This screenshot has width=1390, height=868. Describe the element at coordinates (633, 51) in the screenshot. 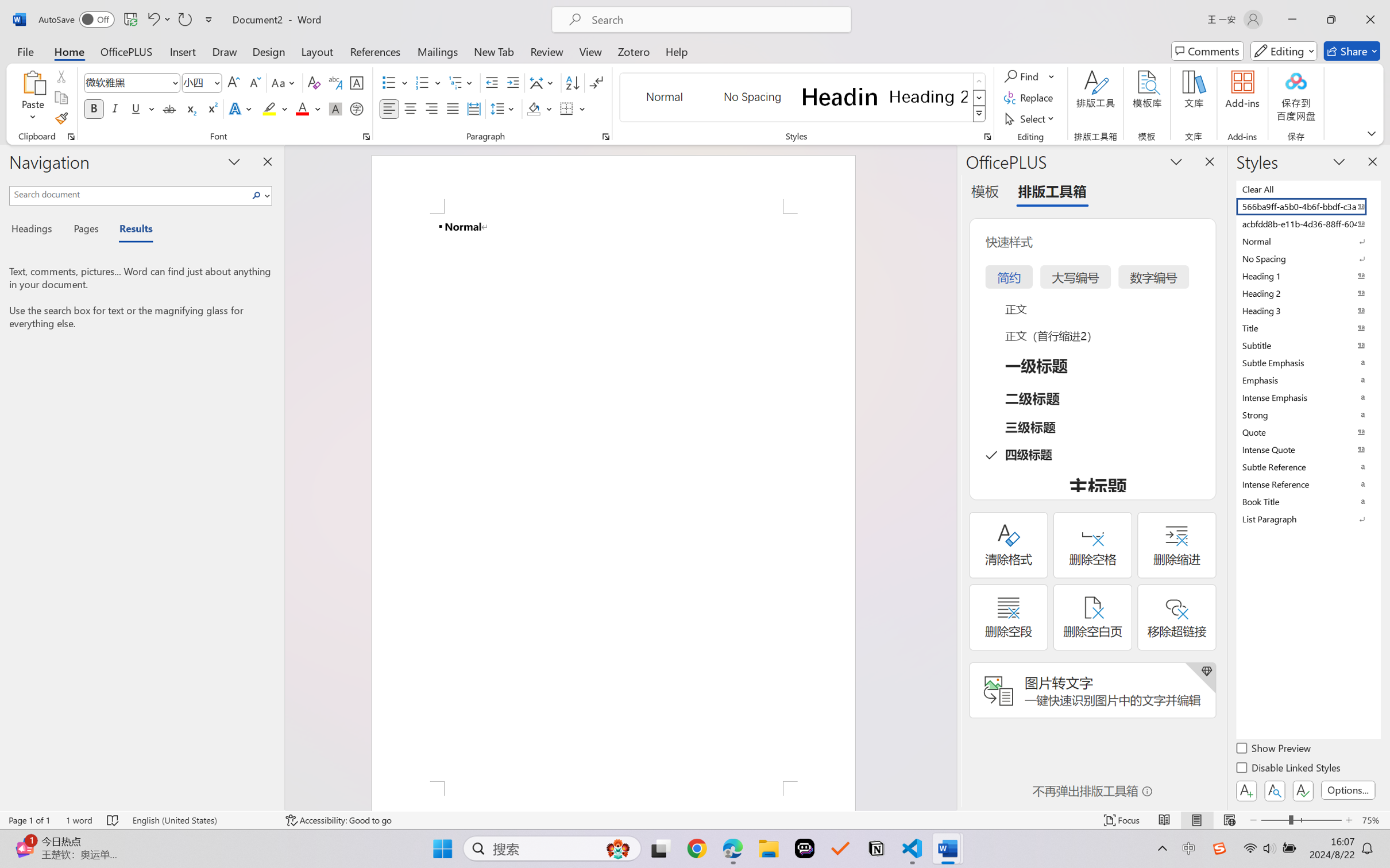

I see `'Zotero'` at that location.